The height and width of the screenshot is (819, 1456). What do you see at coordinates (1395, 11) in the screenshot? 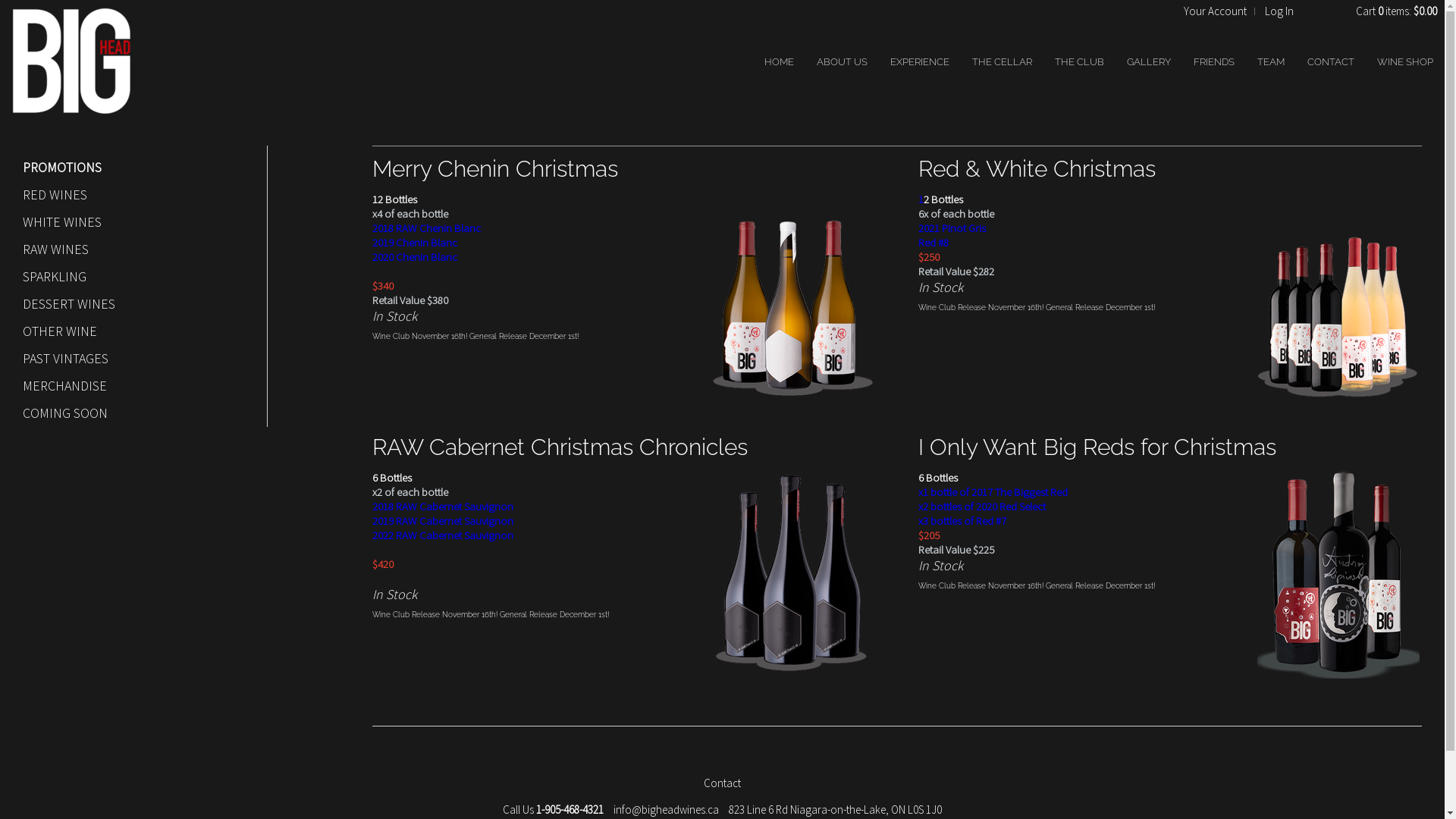
I see `'Cart 0 items: $0.00'` at bounding box center [1395, 11].